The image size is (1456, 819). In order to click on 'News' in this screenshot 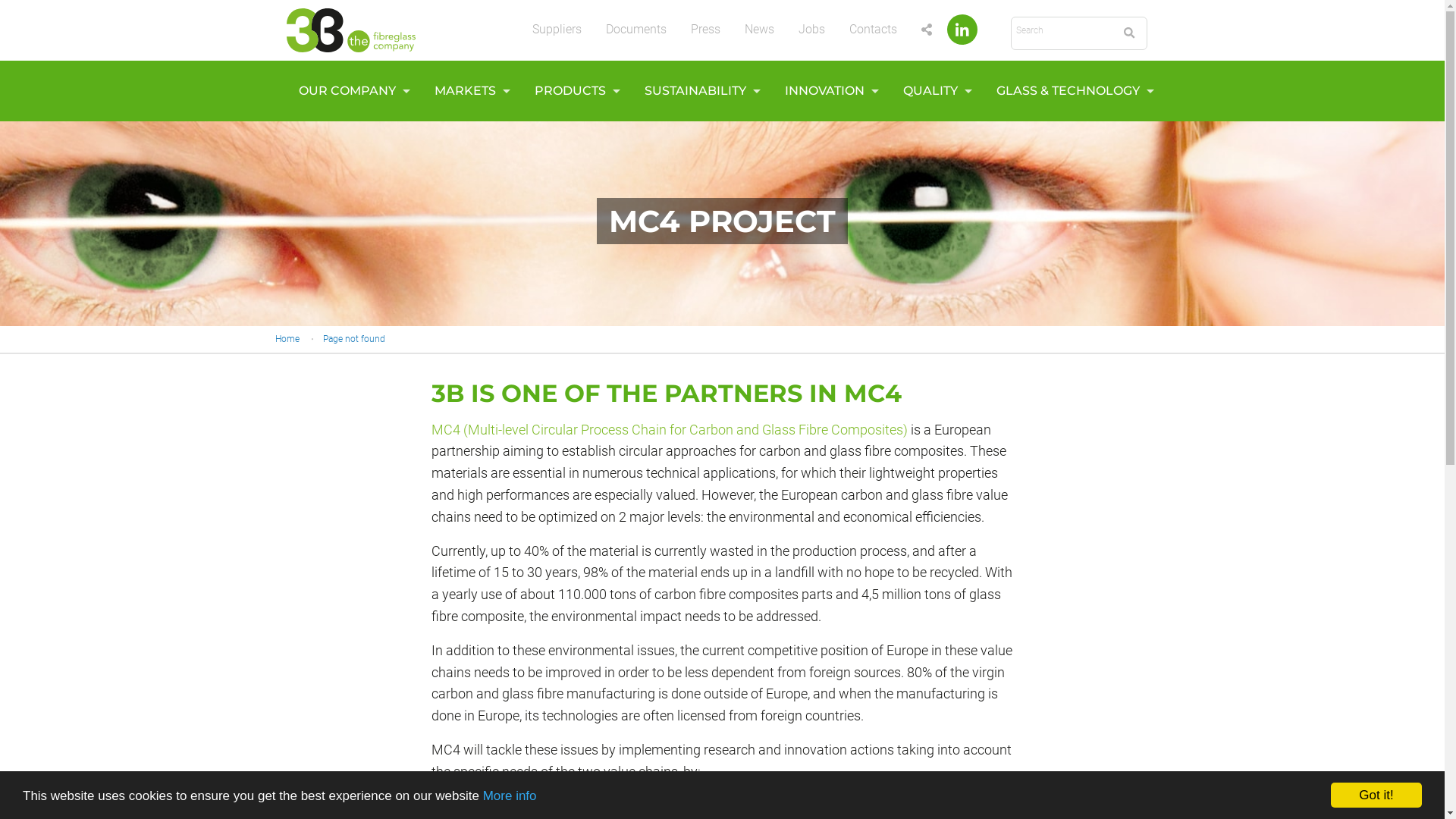, I will do `click(759, 29)`.